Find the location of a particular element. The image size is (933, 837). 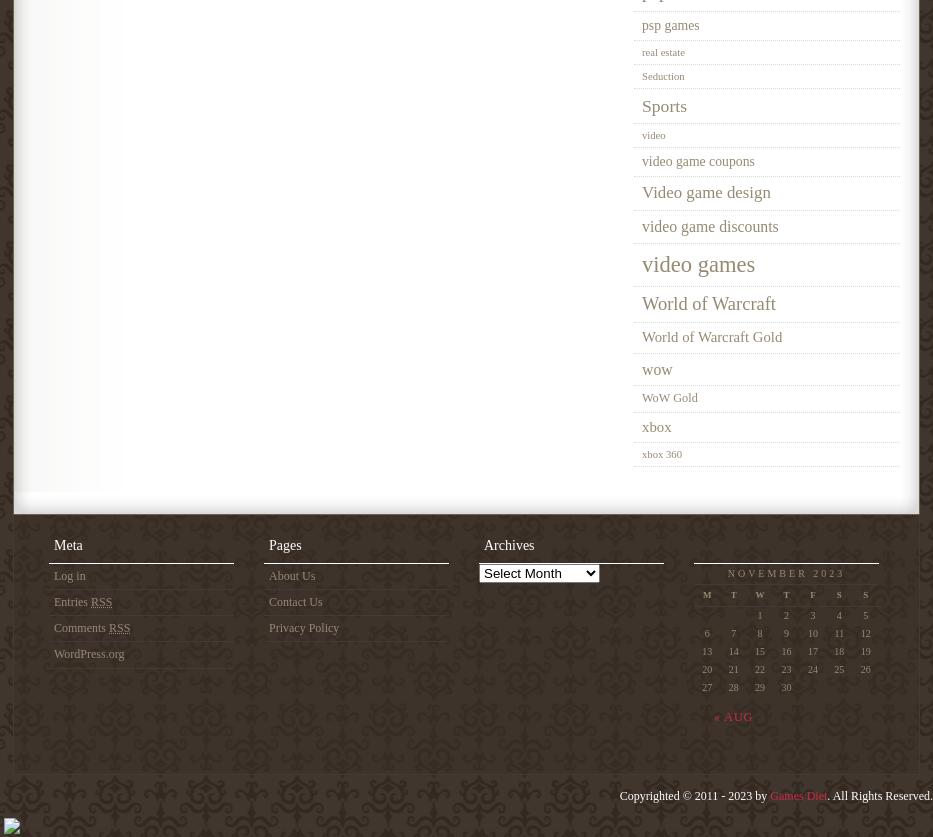

'World of Warcraft Gold' is located at coordinates (640, 336).